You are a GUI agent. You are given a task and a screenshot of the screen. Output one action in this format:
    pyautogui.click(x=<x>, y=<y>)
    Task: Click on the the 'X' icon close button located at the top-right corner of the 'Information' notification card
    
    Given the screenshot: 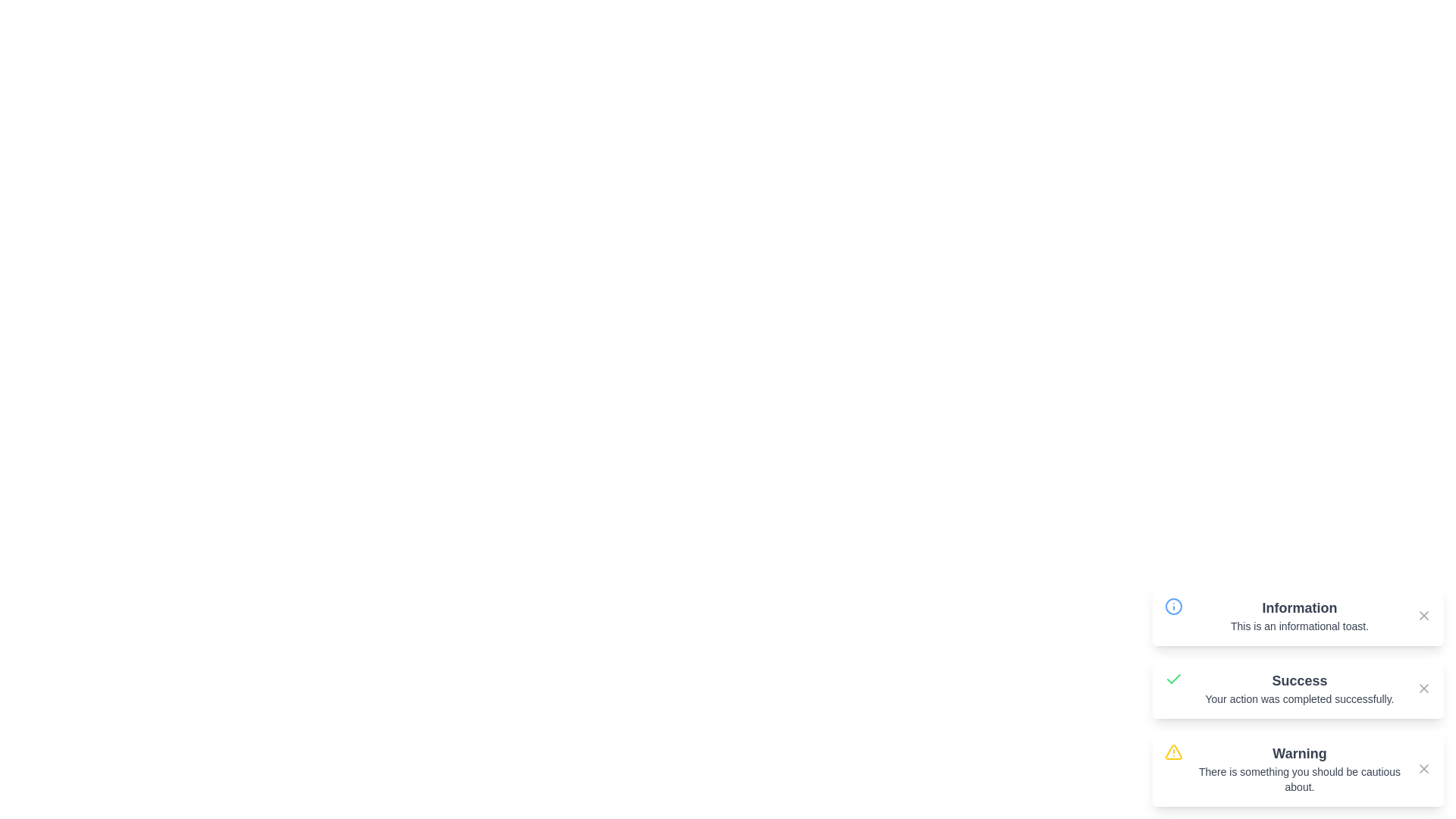 What is the action you would take?
    pyautogui.click(x=1423, y=616)
    